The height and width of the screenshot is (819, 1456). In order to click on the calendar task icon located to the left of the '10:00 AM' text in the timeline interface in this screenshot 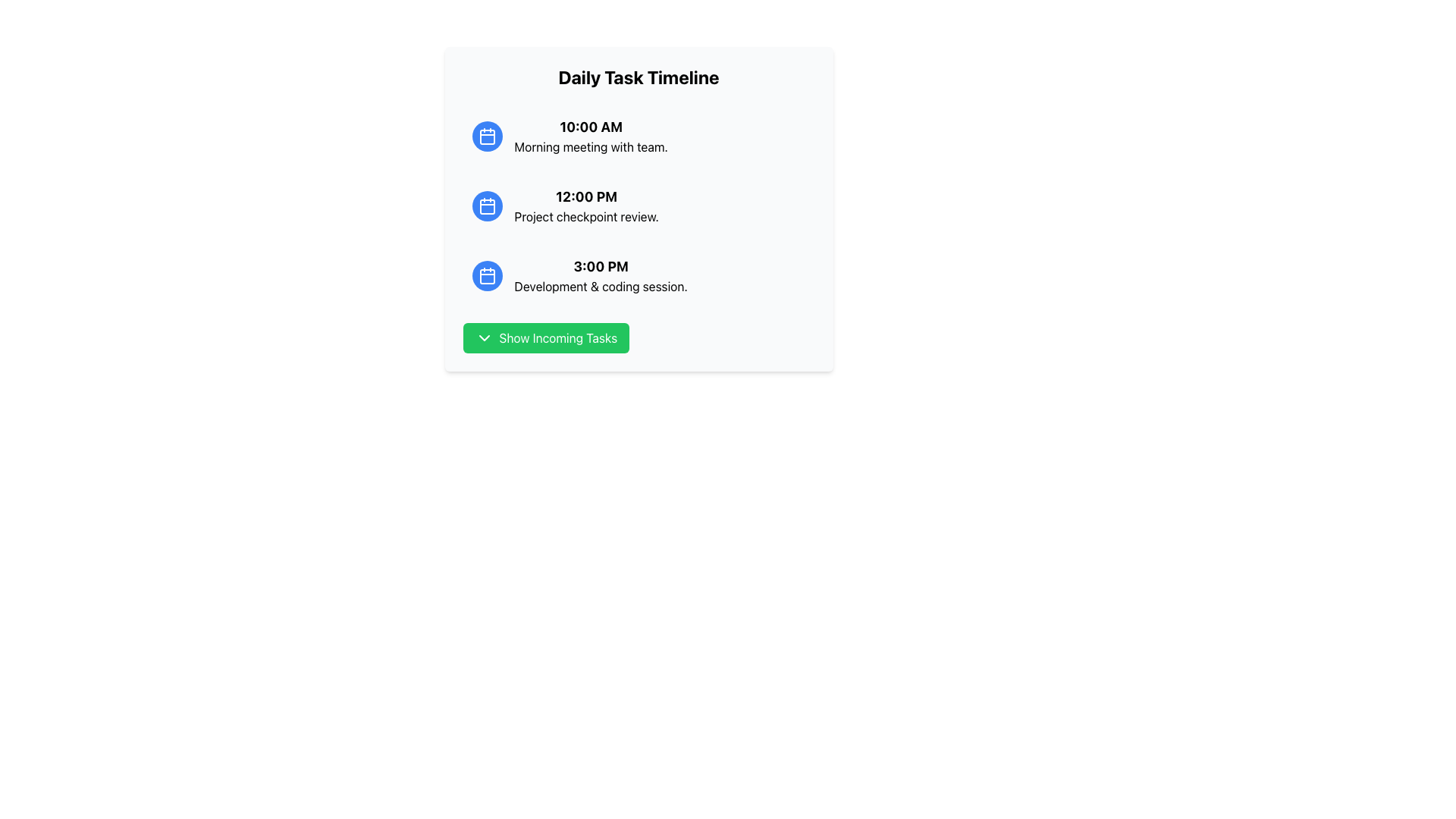, I will do `click(487, 136)`.